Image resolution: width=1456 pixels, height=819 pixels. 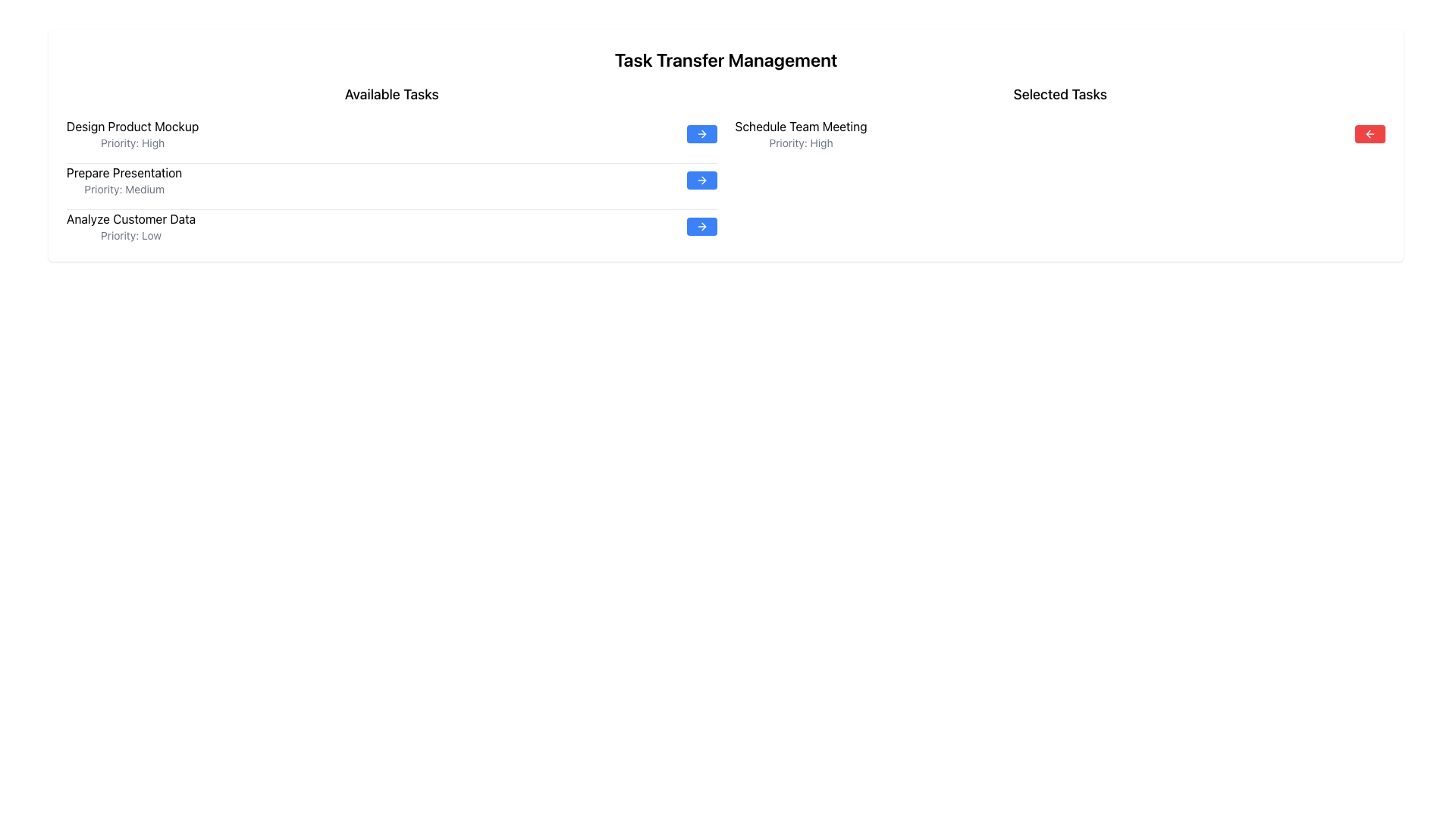 I want to click on the button located at the far right of the 'Analyze Customer Data' task row, which is aligned with the 'Priority: Low' text to trigger a visual state change, so click(x=701, y=227).